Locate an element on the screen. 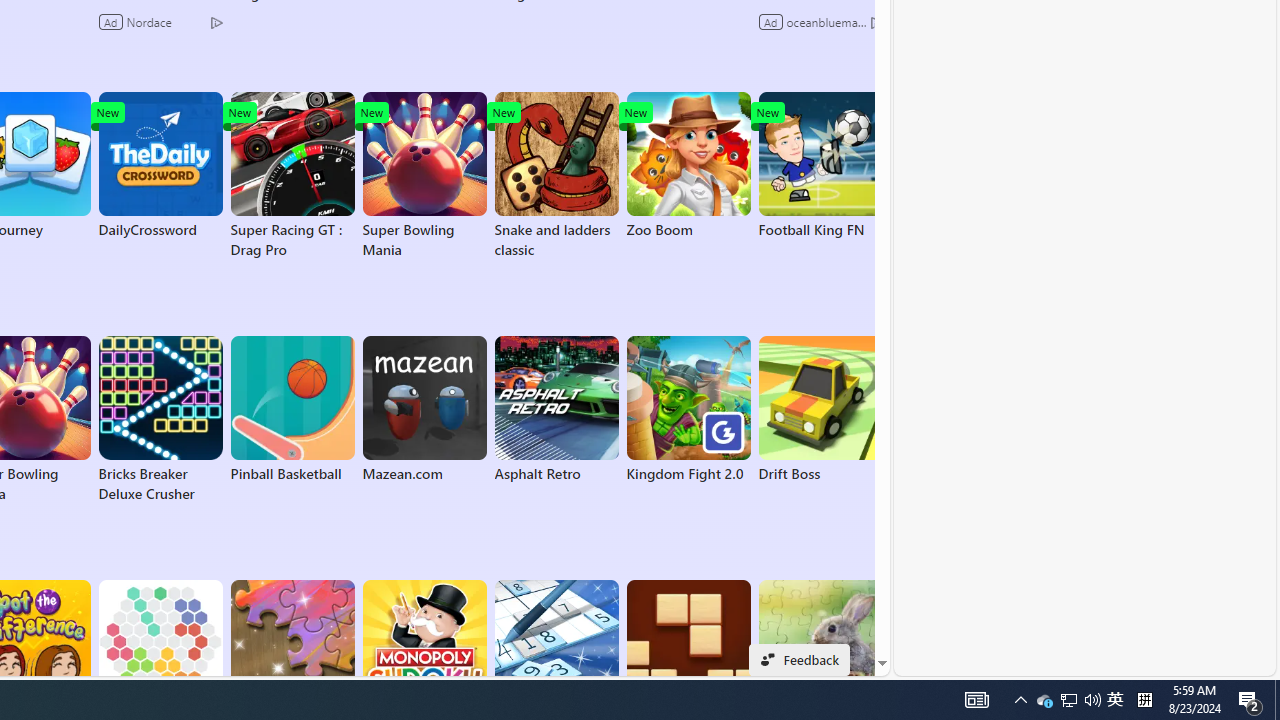  'Super Bowling Mania' is located at coordinates (423, 175).